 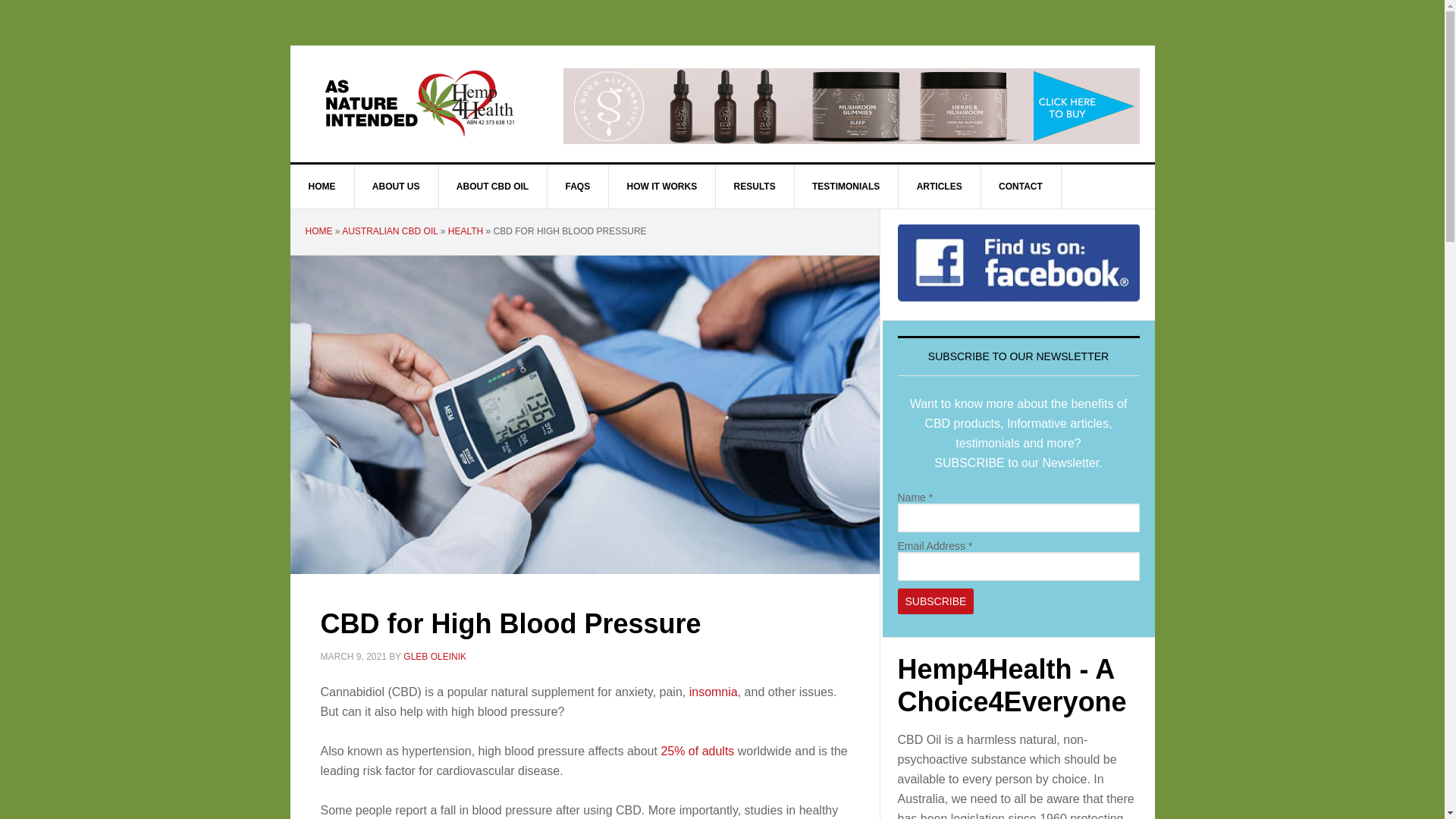 What do you see at coordinates (465, 231) in the screenshot?
I see `'HEALTH'` at bounding box center [465, 231].